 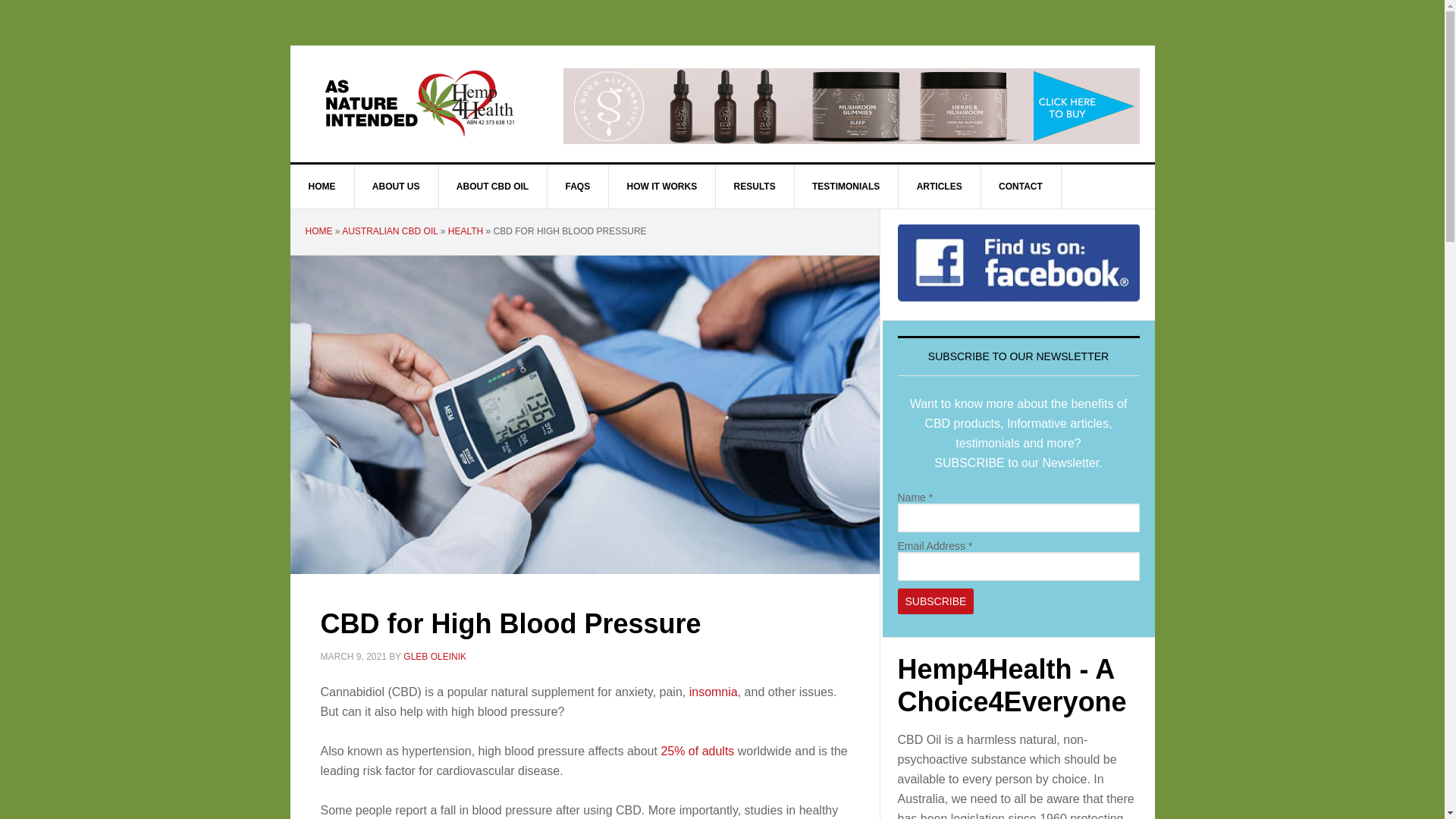 What do you see at coordinates (465, 231) in the screenshot?
I see `'HEALTH'` at bounding box center [465, 231].